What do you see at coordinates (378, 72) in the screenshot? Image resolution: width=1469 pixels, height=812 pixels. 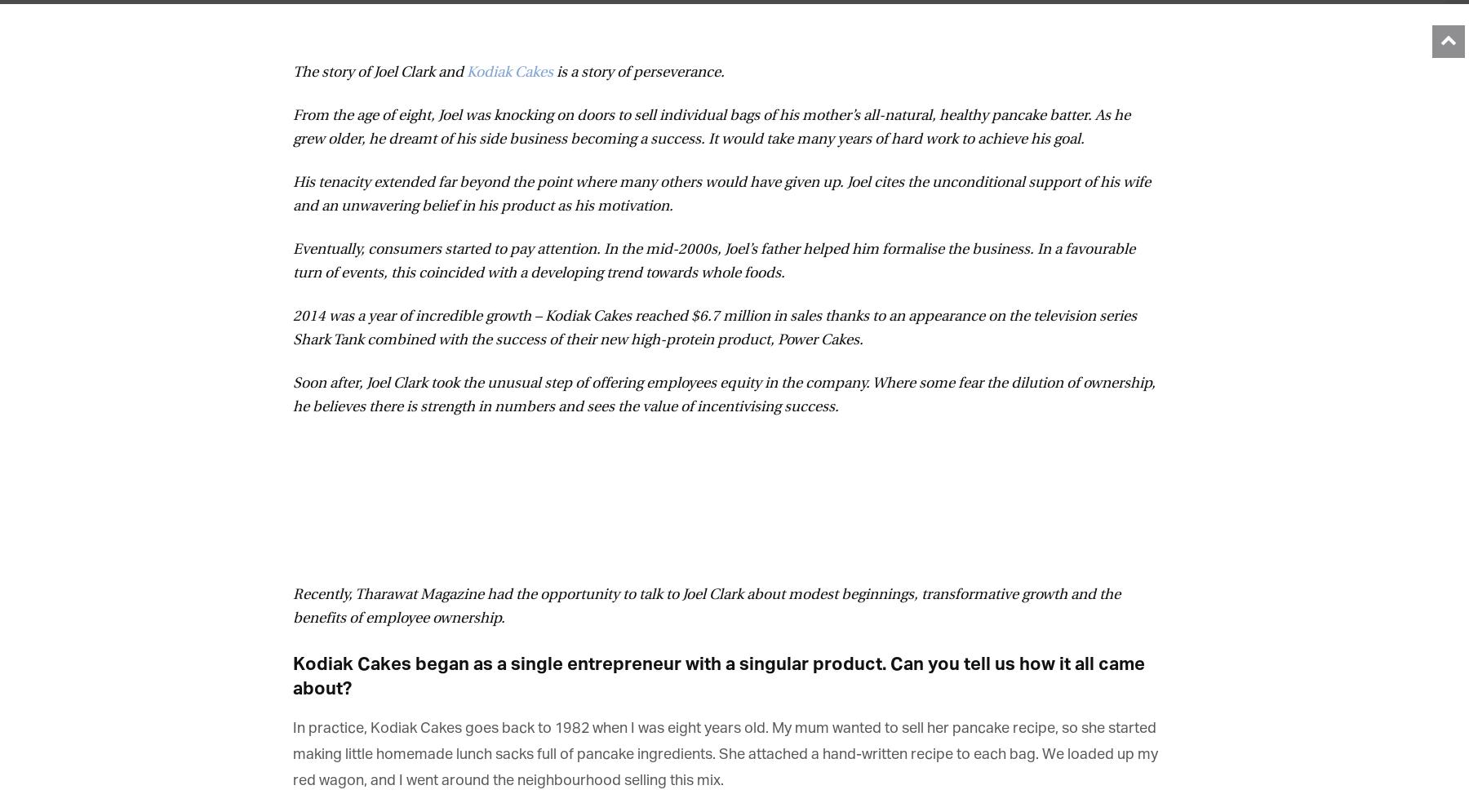 I see `'The story of Joel Clark and'` at bounding box center [378, 72].